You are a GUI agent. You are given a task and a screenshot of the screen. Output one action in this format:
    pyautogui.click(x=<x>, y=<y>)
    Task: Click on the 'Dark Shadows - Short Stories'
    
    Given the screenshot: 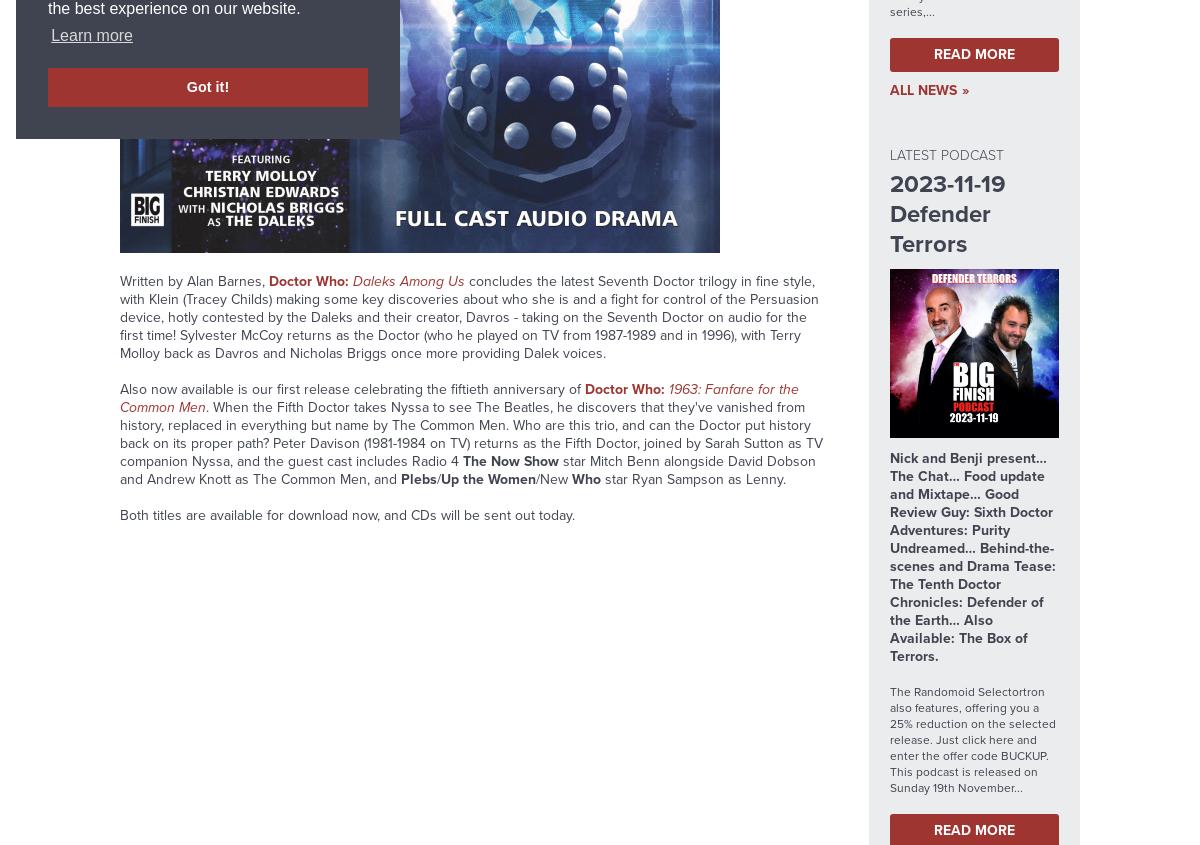 What is the action you would take?
    pyautogui.click(x=446, y=195)
    